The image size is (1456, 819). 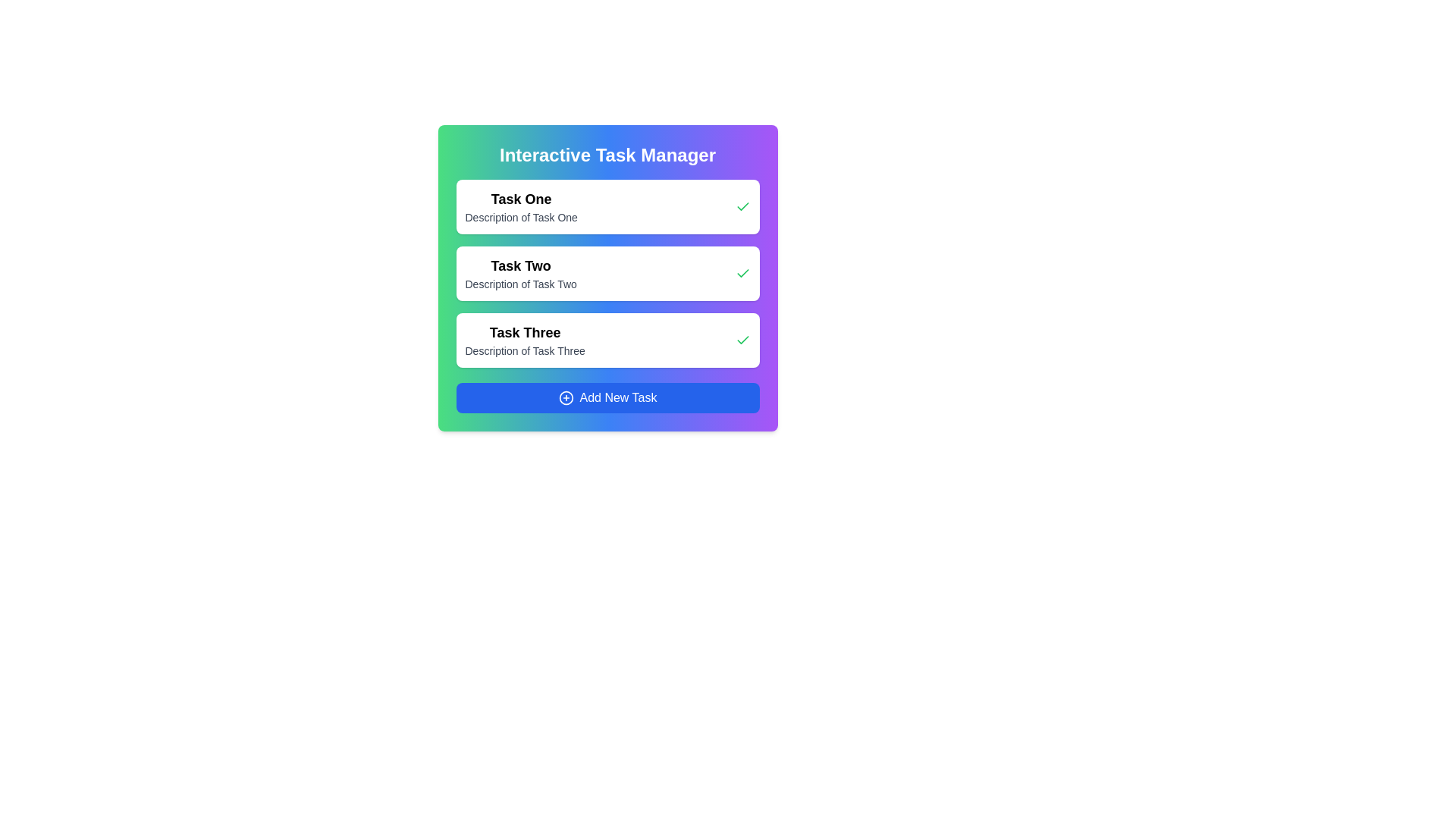 I want to click on the 'Add New Task' button located at the bottom of the Interactive Task Manager card to observe hover effects, so click(x=607, y=397).